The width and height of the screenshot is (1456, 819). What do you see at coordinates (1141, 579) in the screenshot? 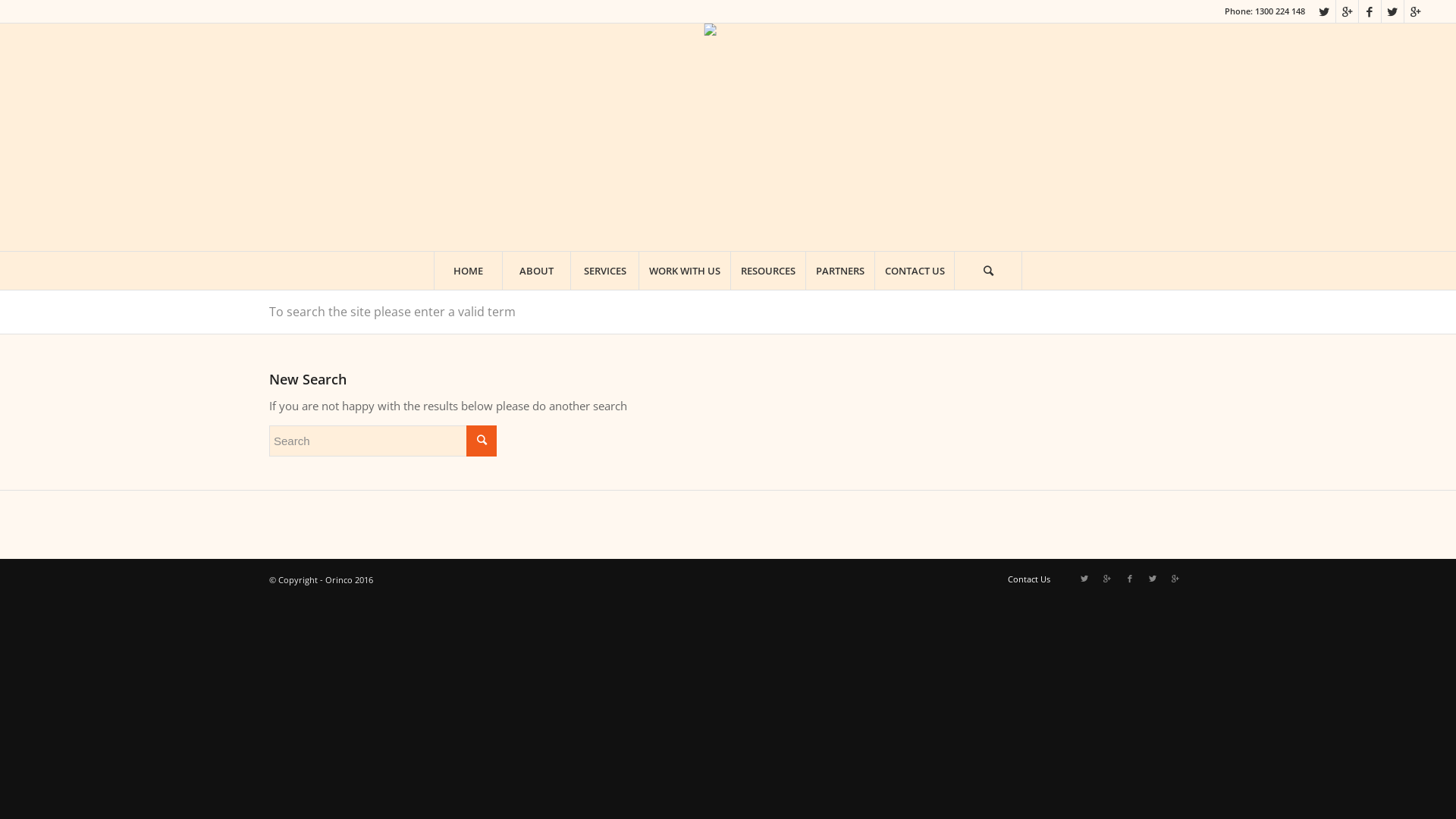
I see `'Twitter'` at bounding box center [1141, 579].